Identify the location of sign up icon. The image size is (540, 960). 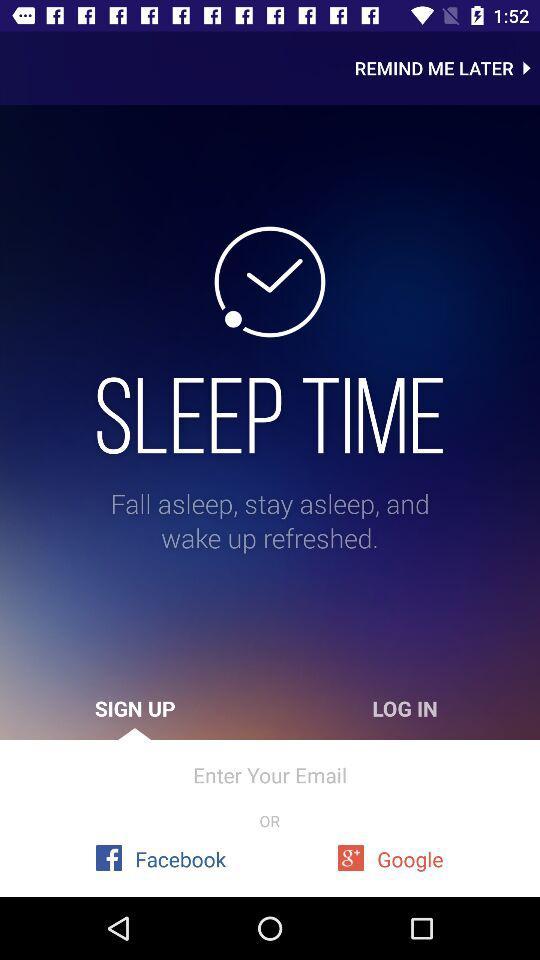
(135, 708).